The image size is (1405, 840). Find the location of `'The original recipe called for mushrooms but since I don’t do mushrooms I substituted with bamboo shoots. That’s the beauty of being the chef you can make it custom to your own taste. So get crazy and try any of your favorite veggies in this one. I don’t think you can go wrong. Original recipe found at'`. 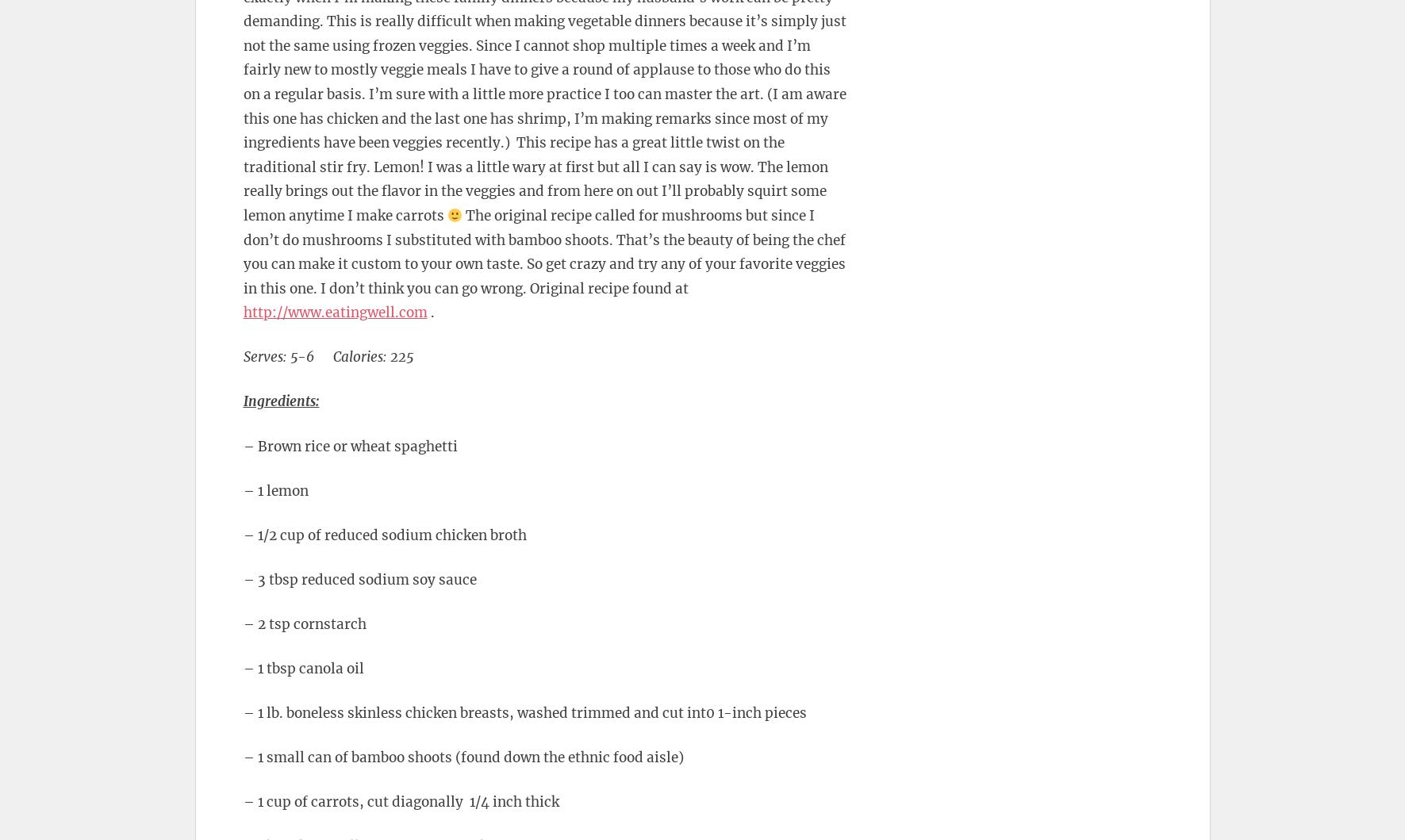

'The original recipe called for mushrooms but since I don’t do mushrooms I substituted with bamboo shoots. That’s the beauty of being the chef you can make it custom to your own taste. So get crazy and try any of your favorite veggies in this one. I don’t think you can go wrong. Original recipe found at' is located at coordinates (543, 251).